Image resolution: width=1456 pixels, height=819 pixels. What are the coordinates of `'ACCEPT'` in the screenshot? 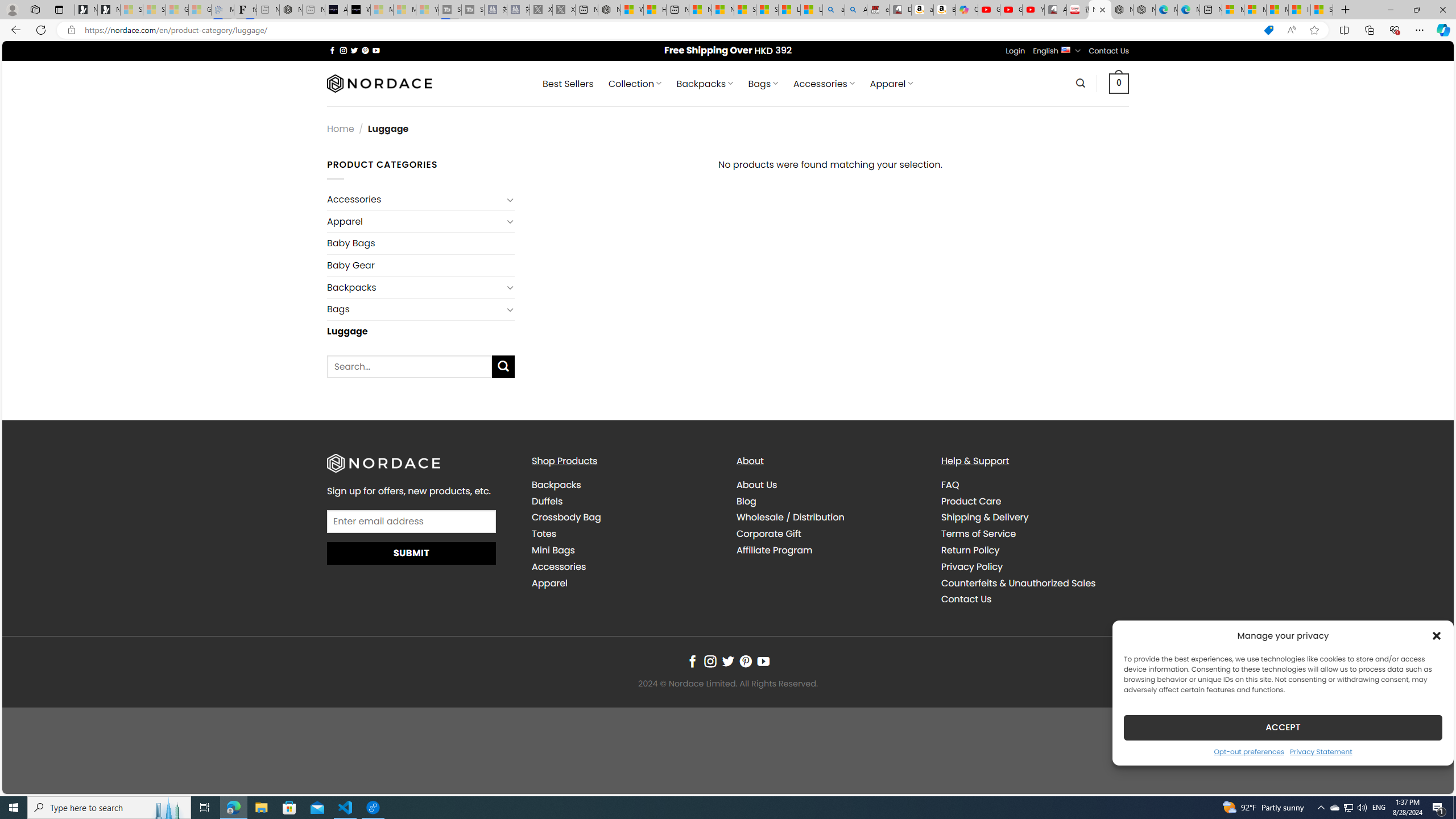 It's located at (1283, 727).